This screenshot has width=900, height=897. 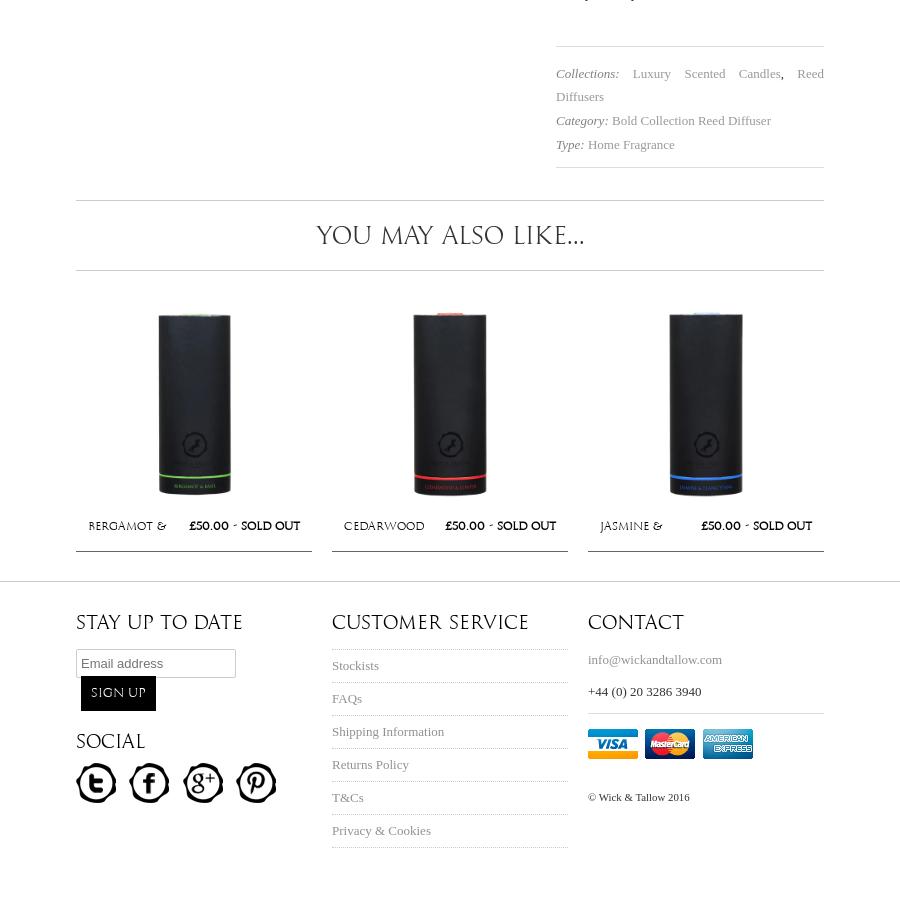 I want to click on 'Category:', so click(x=582, y=119).